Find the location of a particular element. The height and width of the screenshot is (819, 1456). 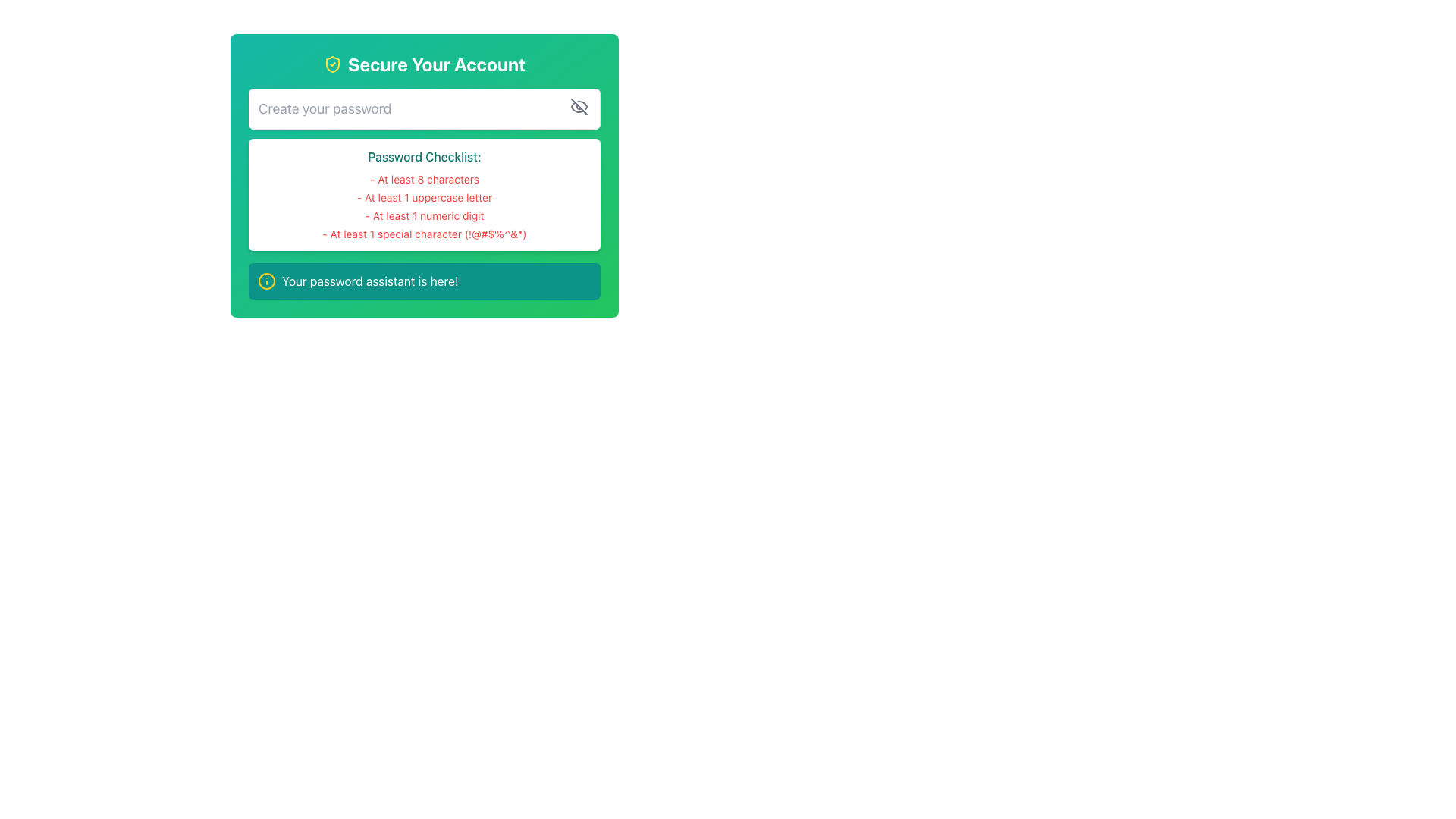

the graphical shield icon with a checkmark inside, which symbolizes security or verification, located in the top-left section of the card titled 'Secure Your Account' is located at coordinates (331, 63).